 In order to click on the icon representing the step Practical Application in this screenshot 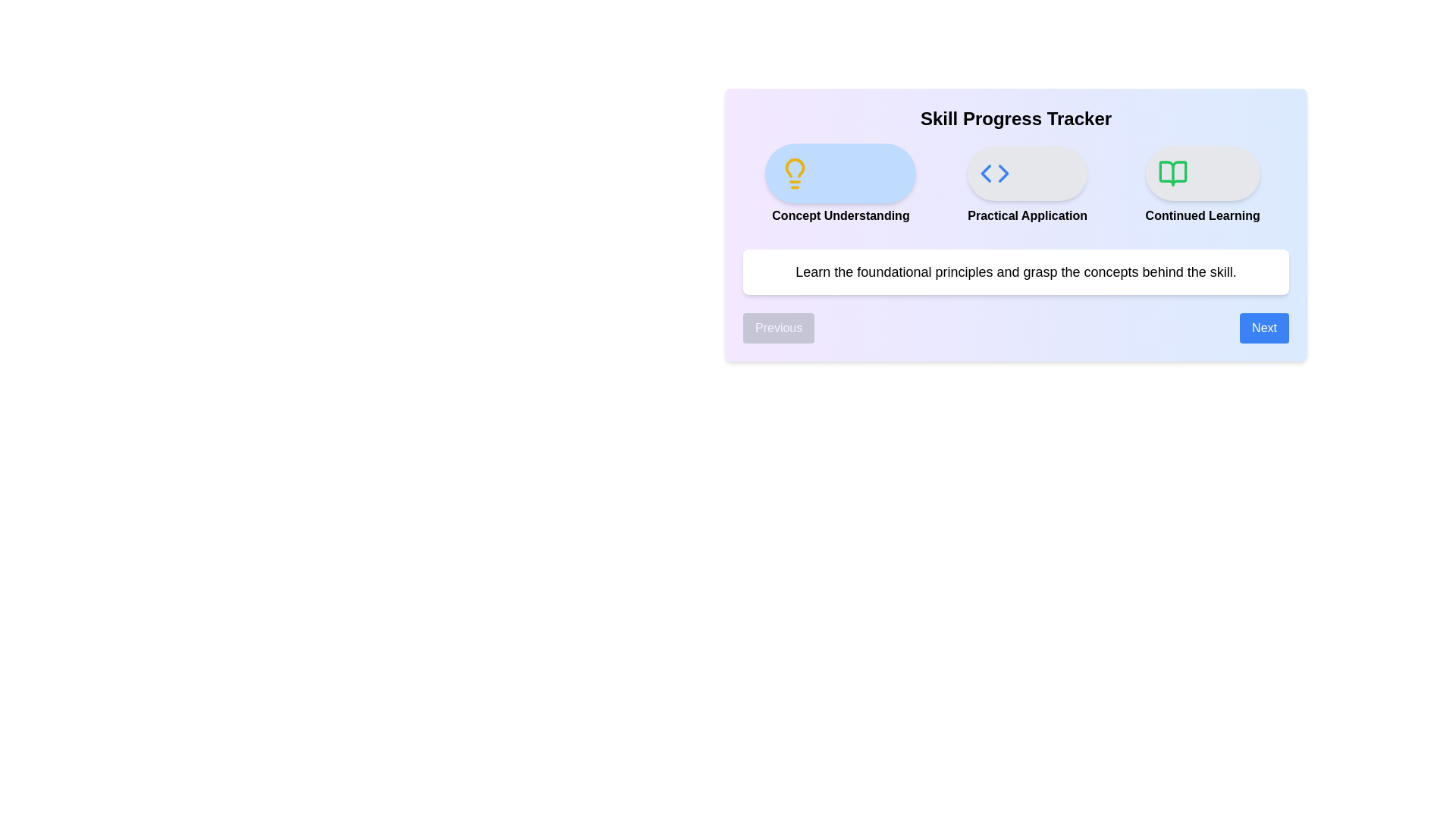, I will do `click(1028, 172)`.